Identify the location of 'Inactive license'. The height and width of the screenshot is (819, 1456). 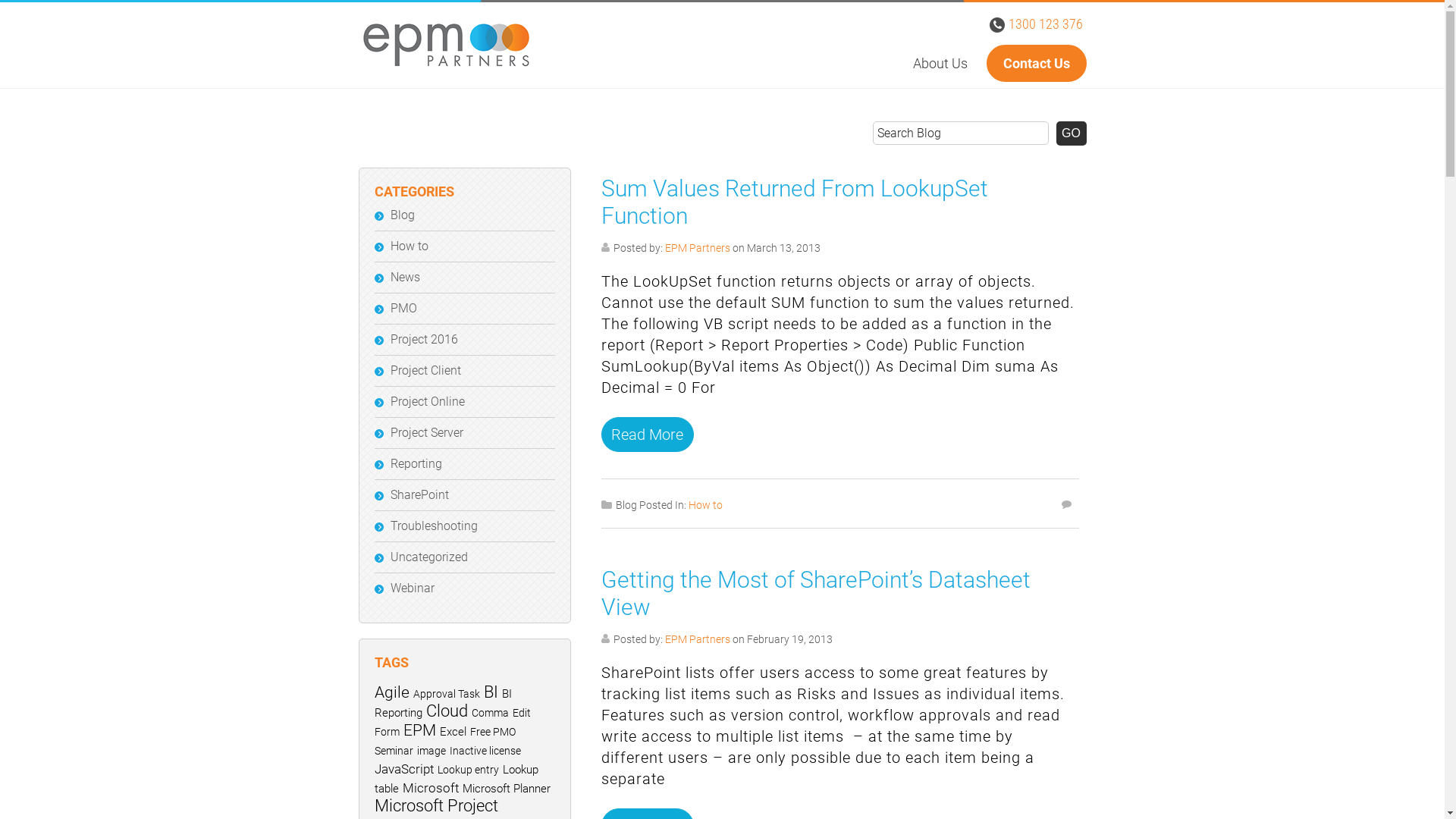
(483, 751).